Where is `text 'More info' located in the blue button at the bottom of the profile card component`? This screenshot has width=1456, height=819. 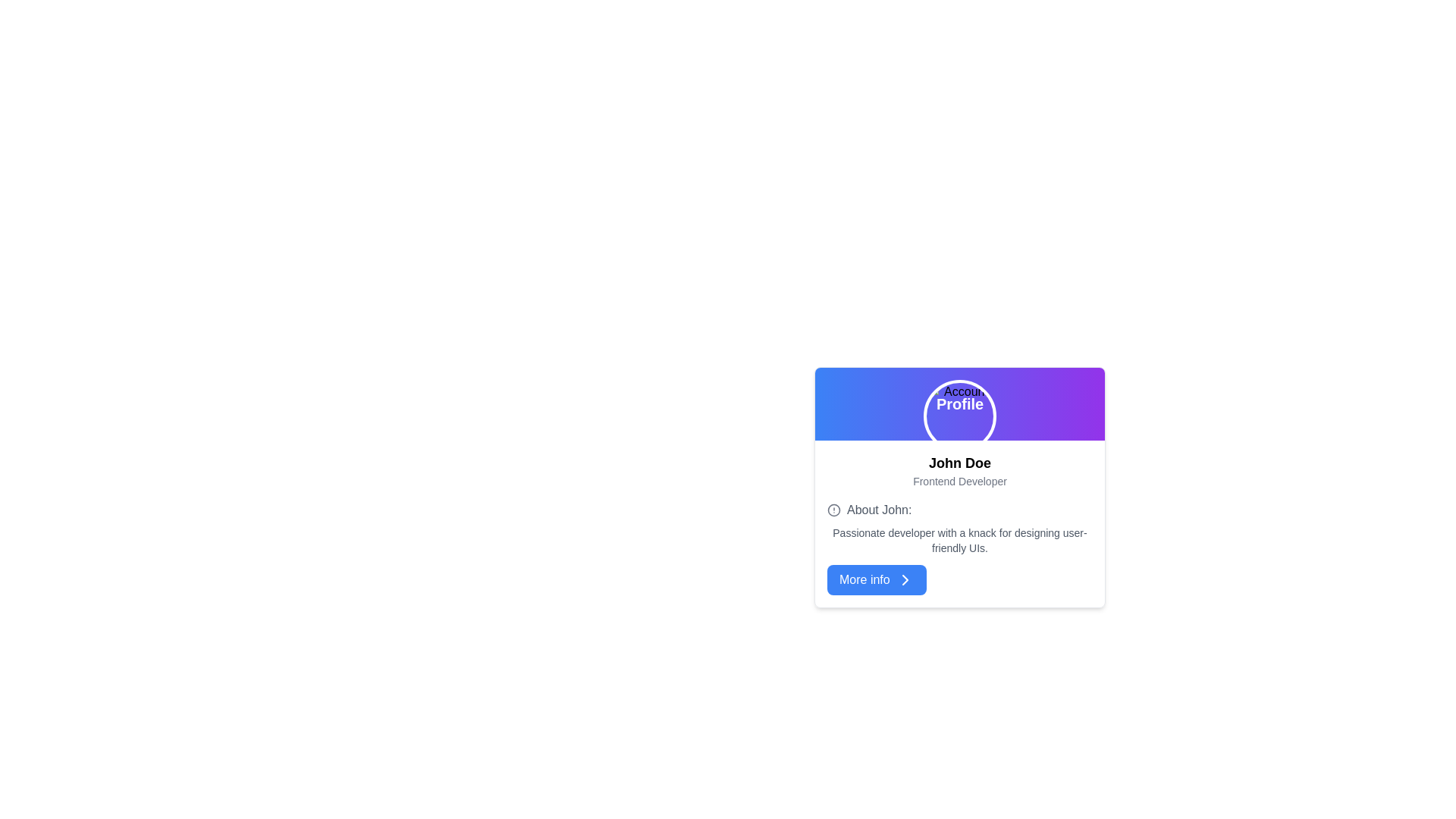
text 'More info' located in the blue button at the bottom of the profile card component is located at coordinates (864, 579).